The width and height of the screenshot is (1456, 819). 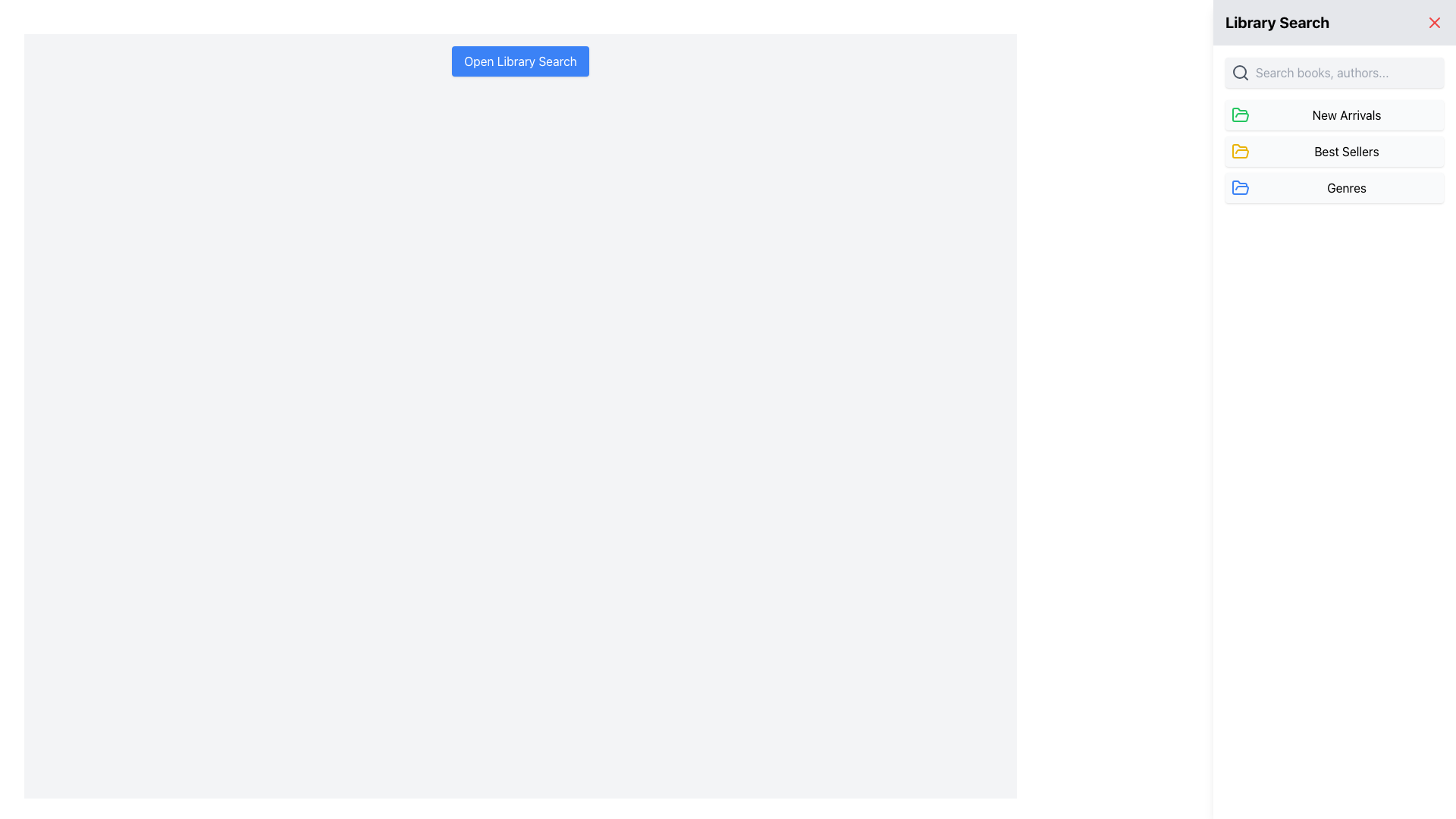 What do you see at coordinates (1241, 73) in the screenshot?
I see `the magnifying glass icon located in the header of the search panel, positioned to the left of the text input box labeled 'Search books, authors...'` at bounding box center [1241, 73].